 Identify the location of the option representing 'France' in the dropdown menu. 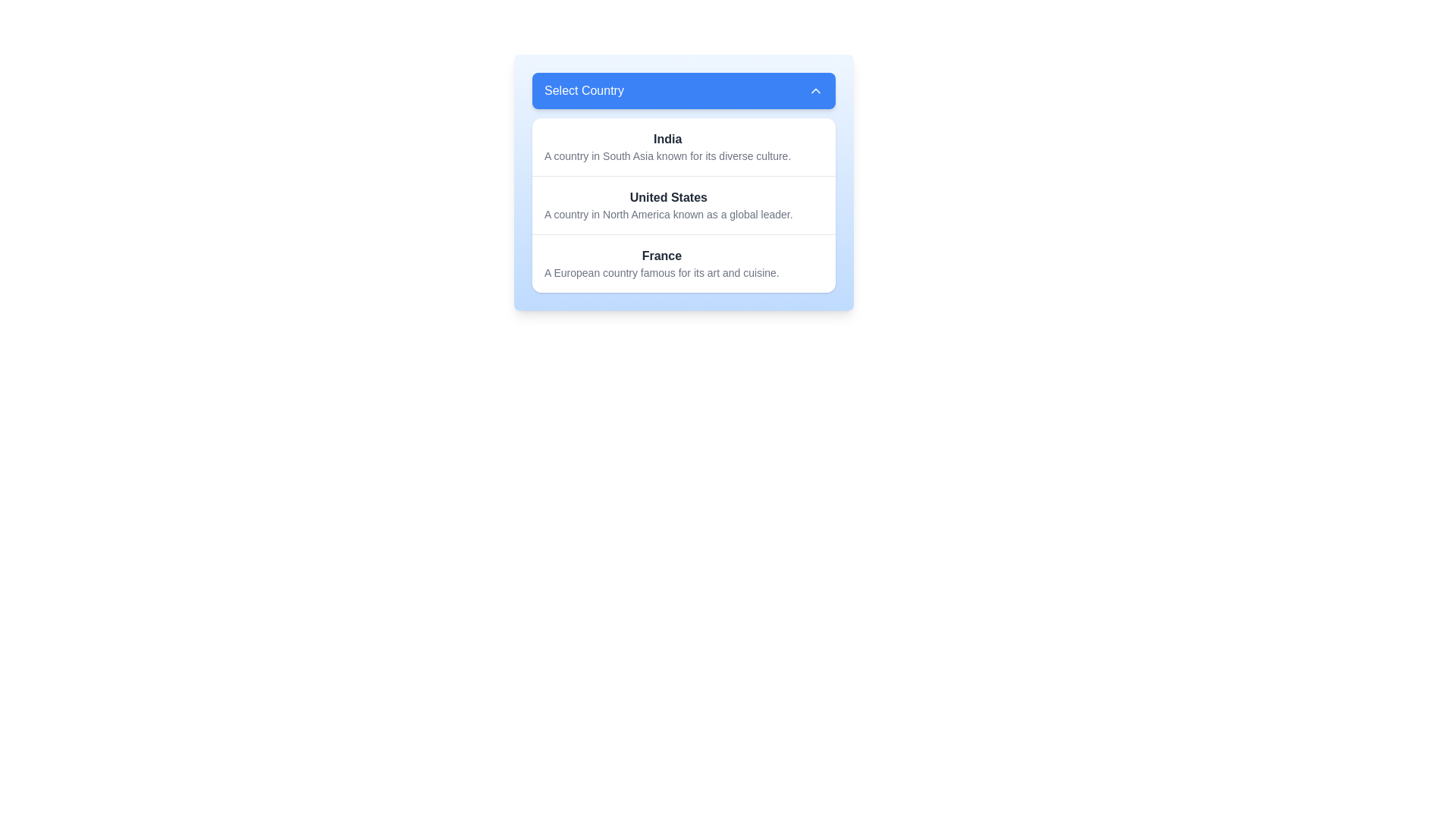
(661, 262).